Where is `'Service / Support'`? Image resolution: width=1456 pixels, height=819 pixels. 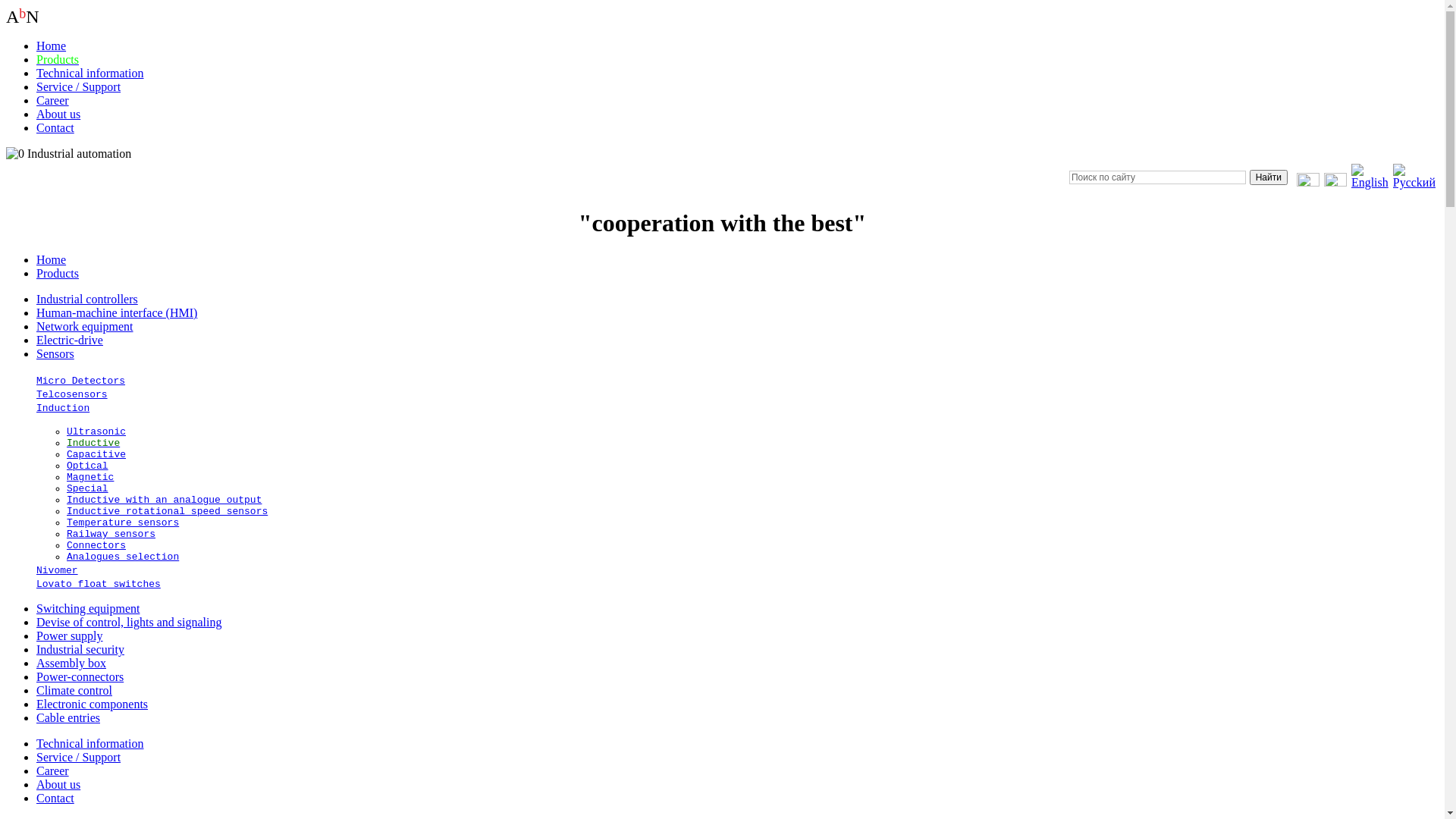 'Service / Support' is located at coordinates (77, 757).